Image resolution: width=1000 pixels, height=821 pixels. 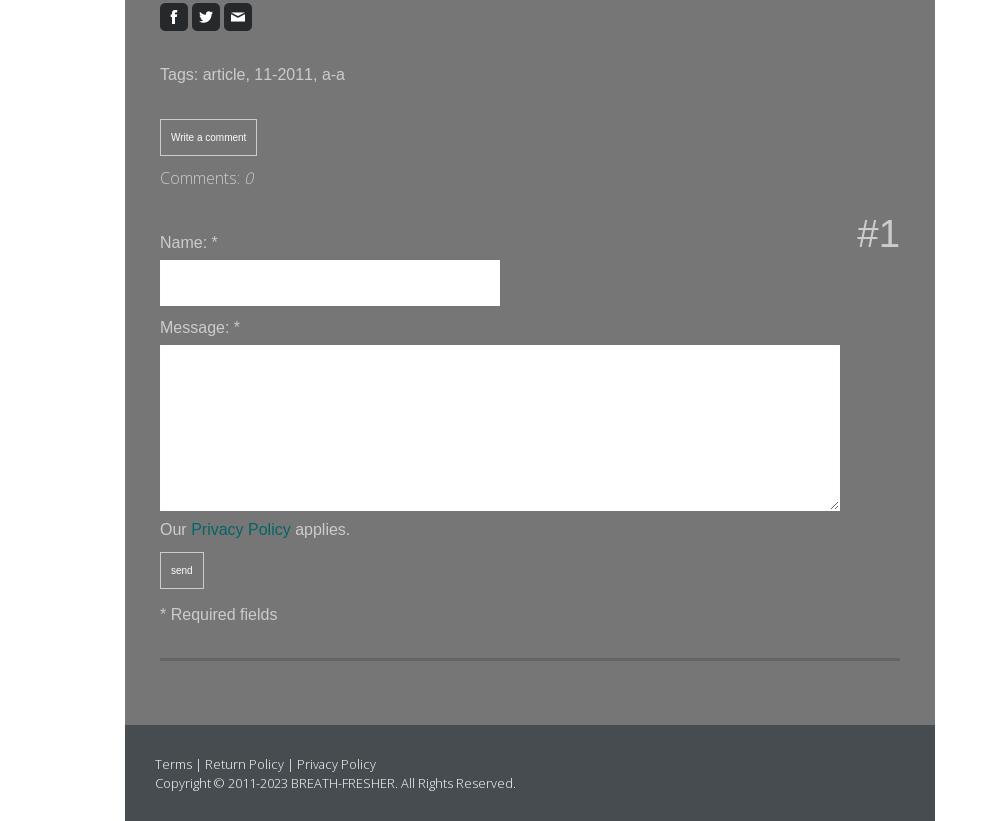 What do you see at coordinates (247, 177) in the screenshot?
I see `'0'` at bounding box center [247, 177].